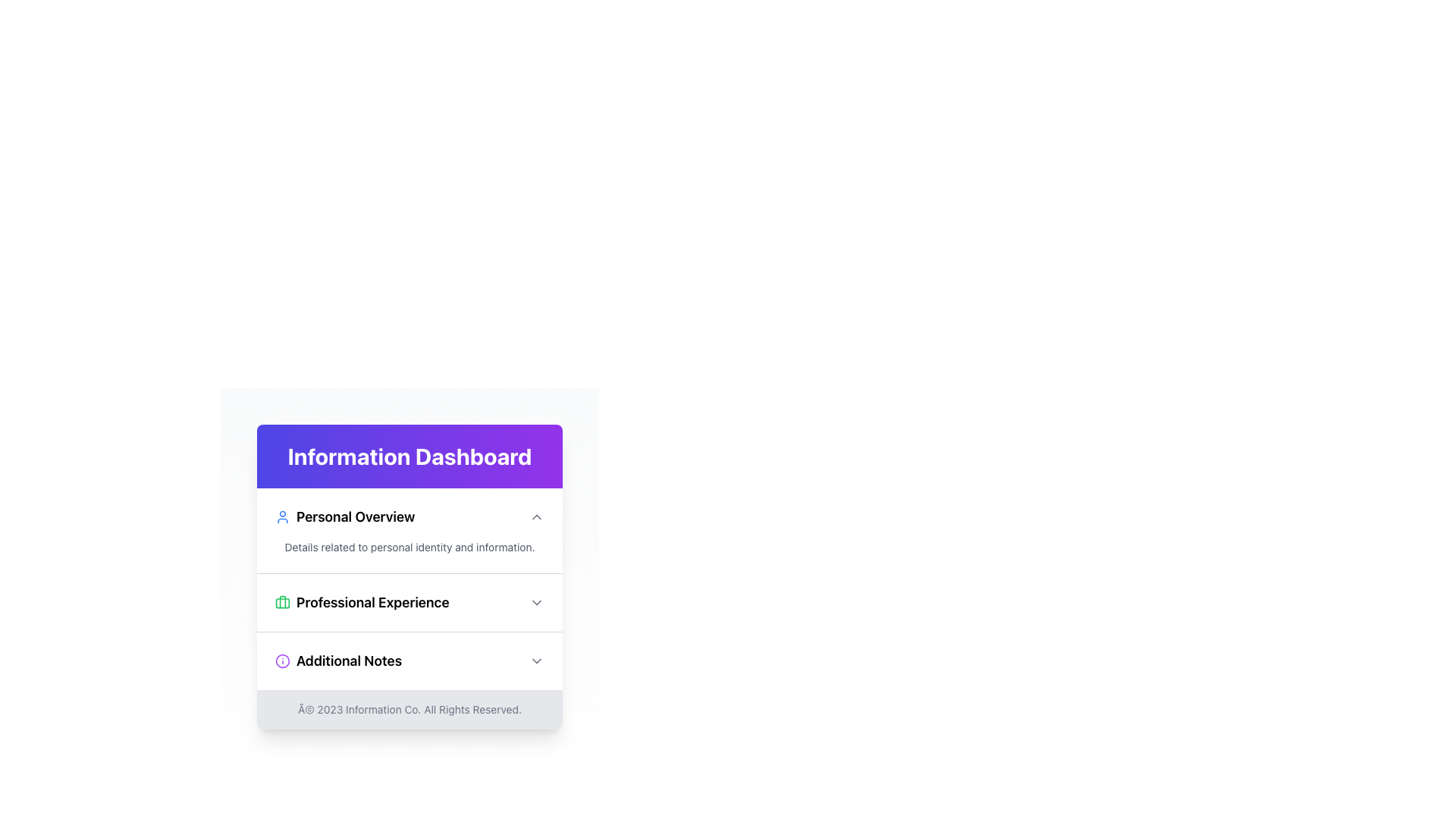 The image size is (1456, 819). Describe the element at coordinates (337, 660) in the screenshot. I see `the 'Additional Notes' text label in the information dashboard, which is the last item in the vertical list of collapsible sections` at that location.